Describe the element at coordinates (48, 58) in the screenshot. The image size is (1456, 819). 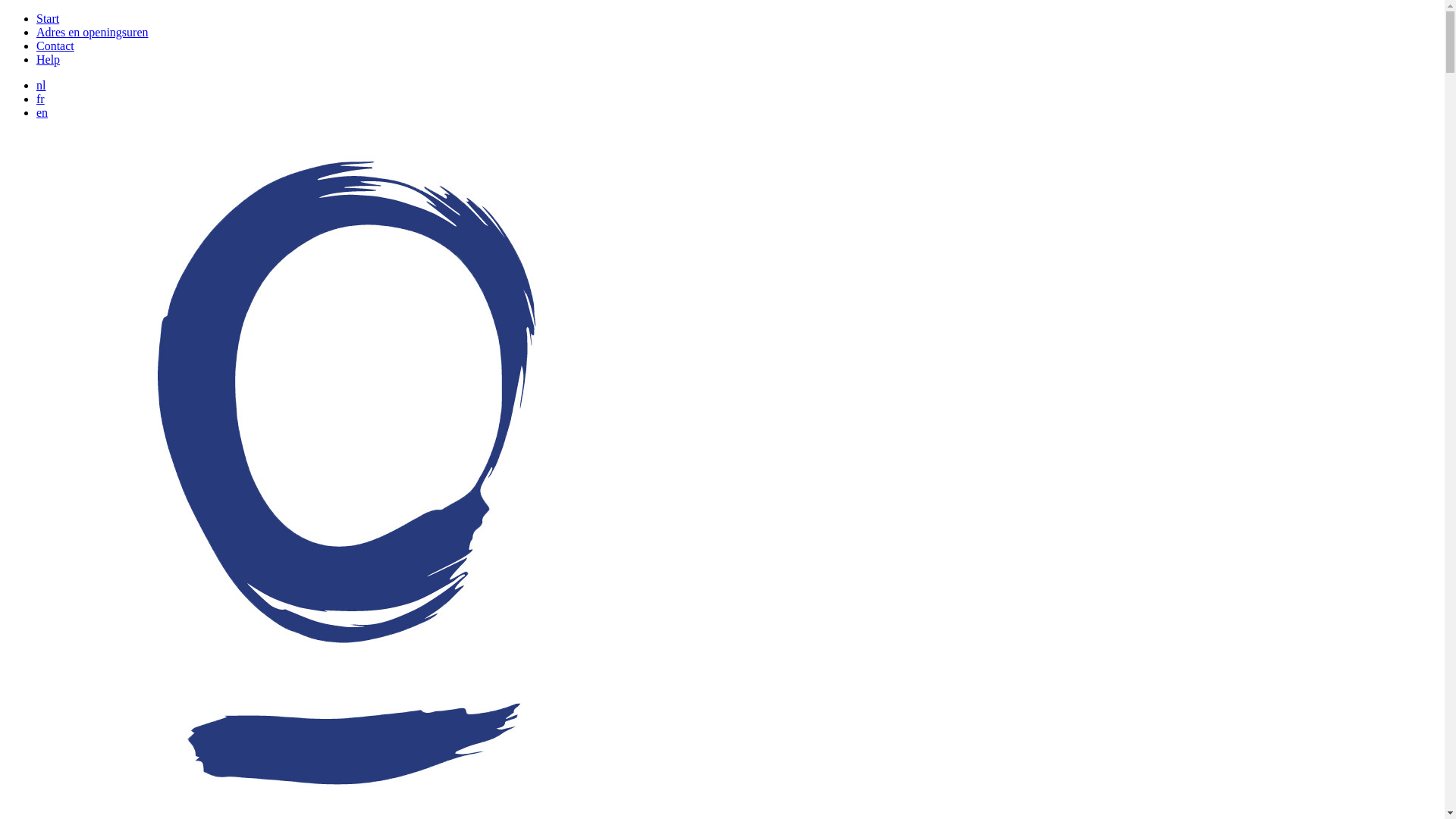
I see `'Help'` at that location.